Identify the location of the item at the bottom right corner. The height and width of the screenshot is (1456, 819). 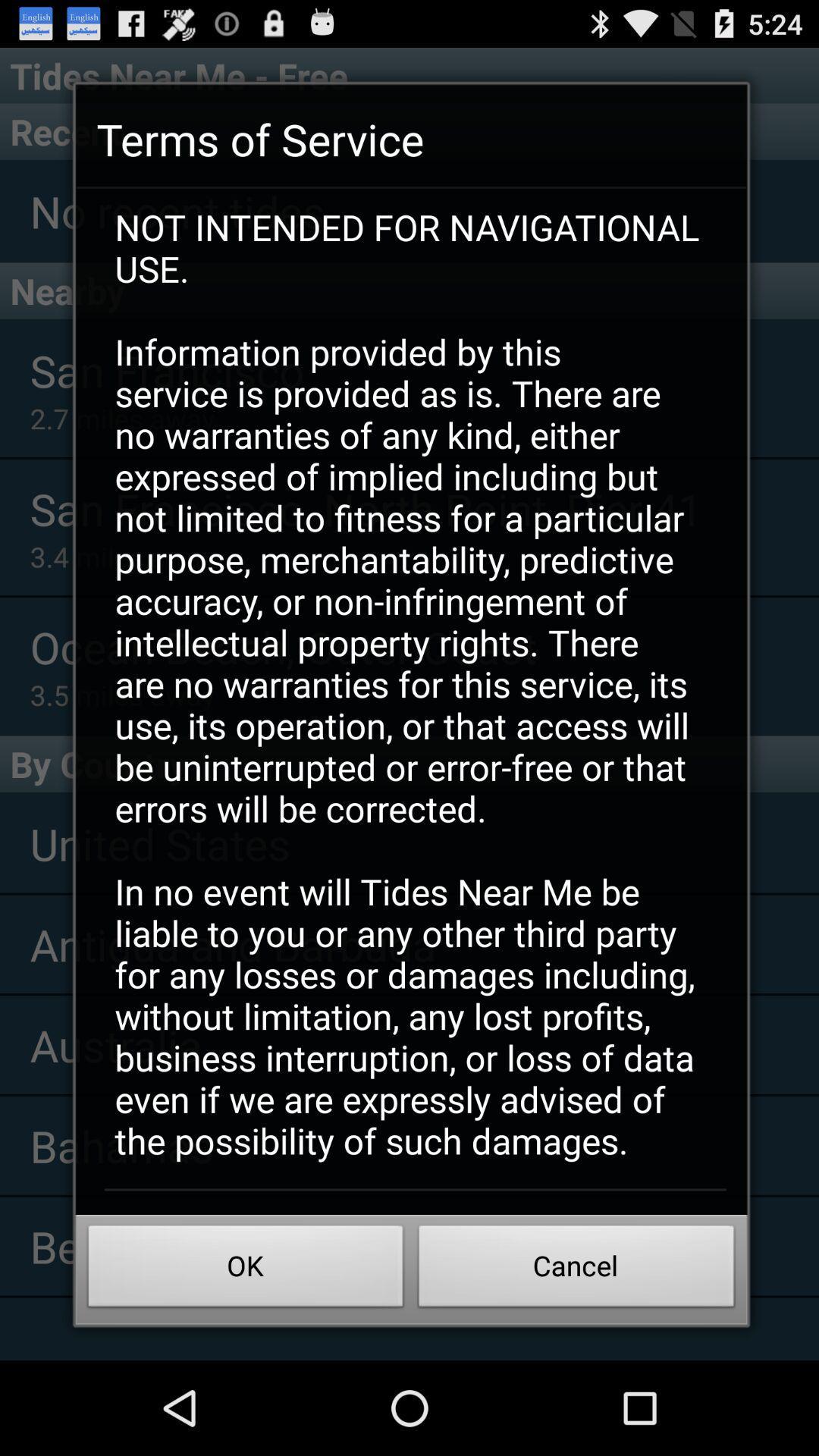
(576, 1270).